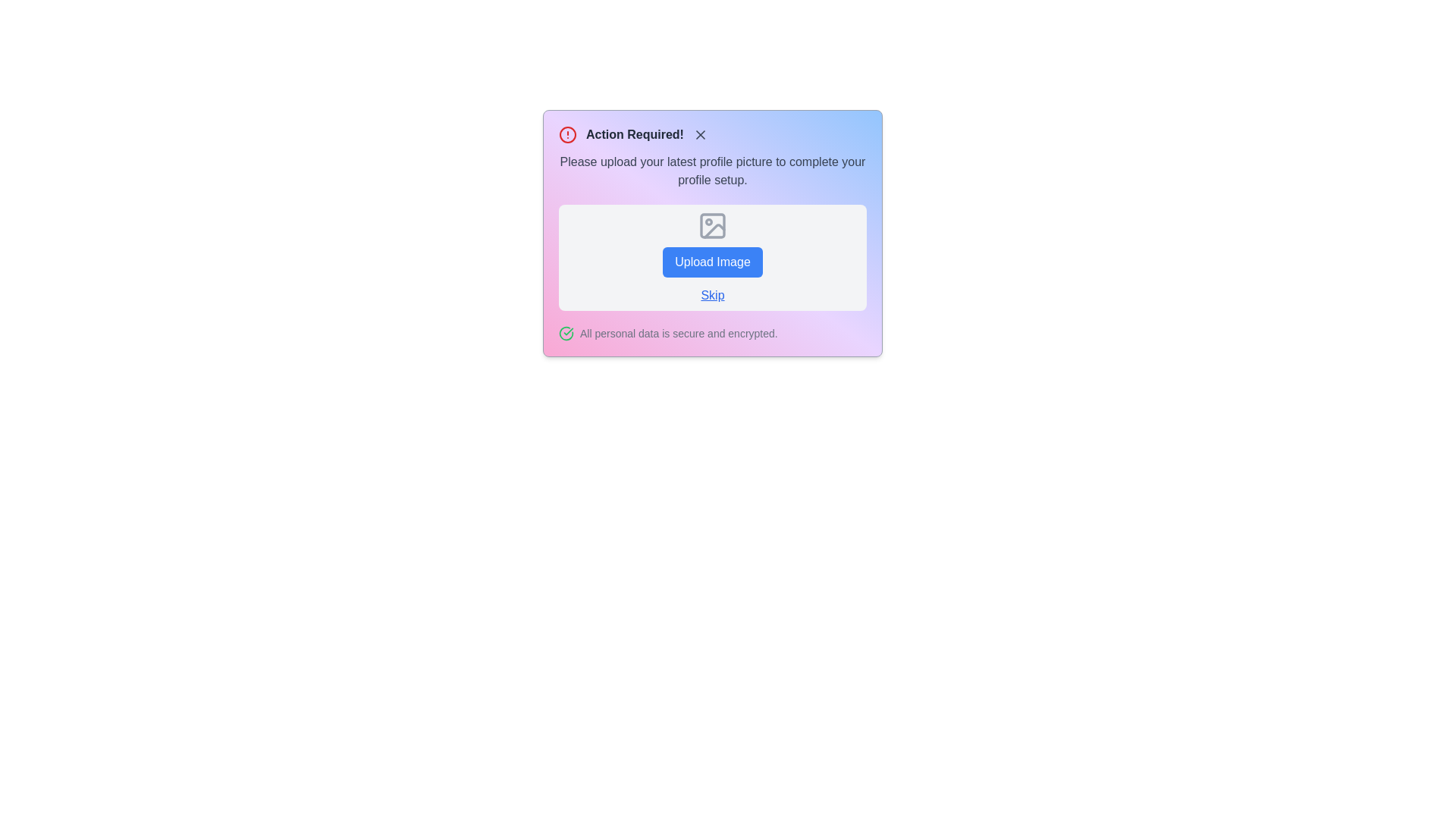 The width and height of the screenshot is (1456, 819). What do you see at coordinates (712, 262) in the screenshot?
I see `the 'Upload Image' button to trigger the upload image action` at bounding box center [712, 262].